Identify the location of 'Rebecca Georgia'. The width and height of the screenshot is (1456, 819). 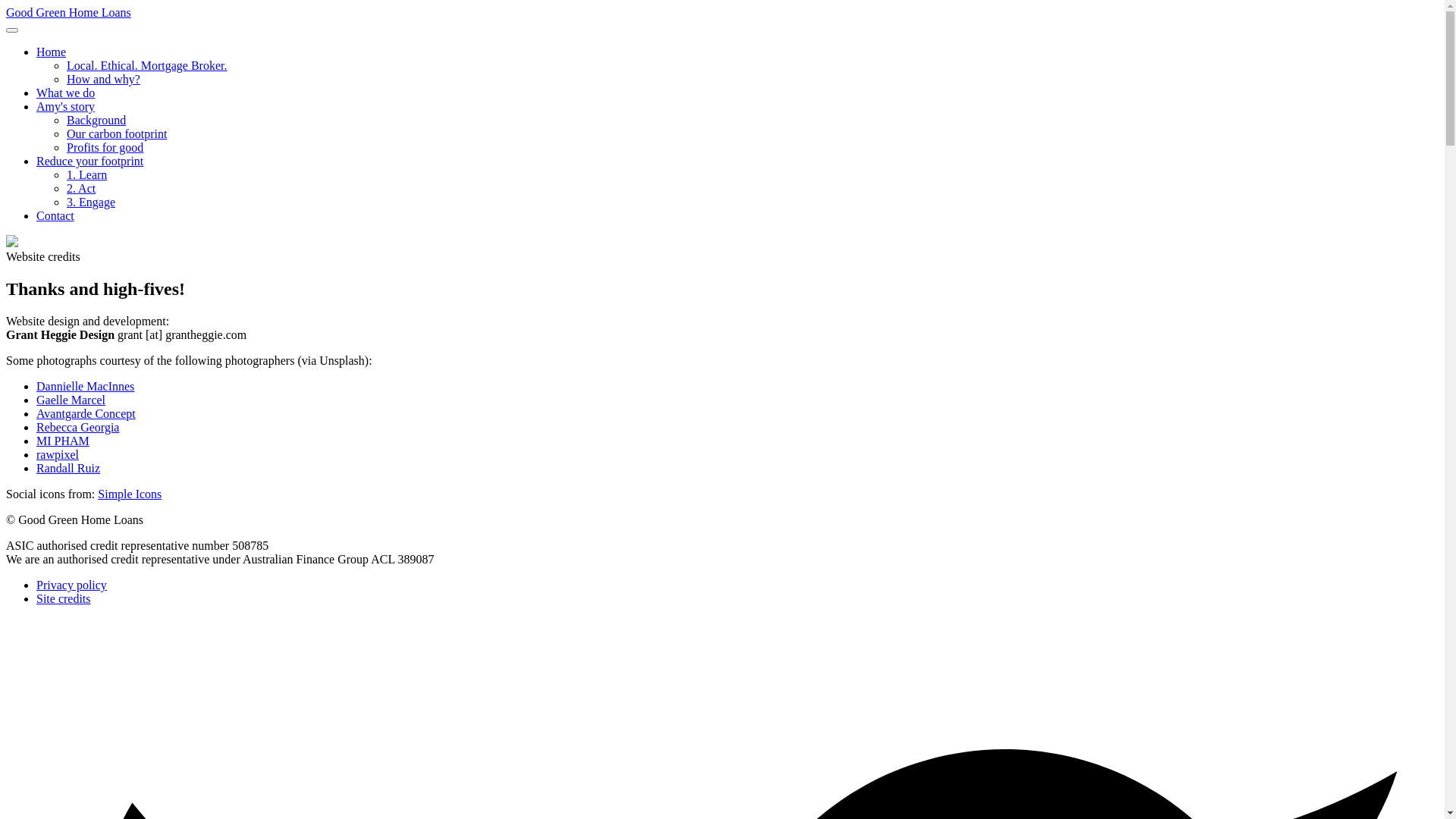
(36, 427).